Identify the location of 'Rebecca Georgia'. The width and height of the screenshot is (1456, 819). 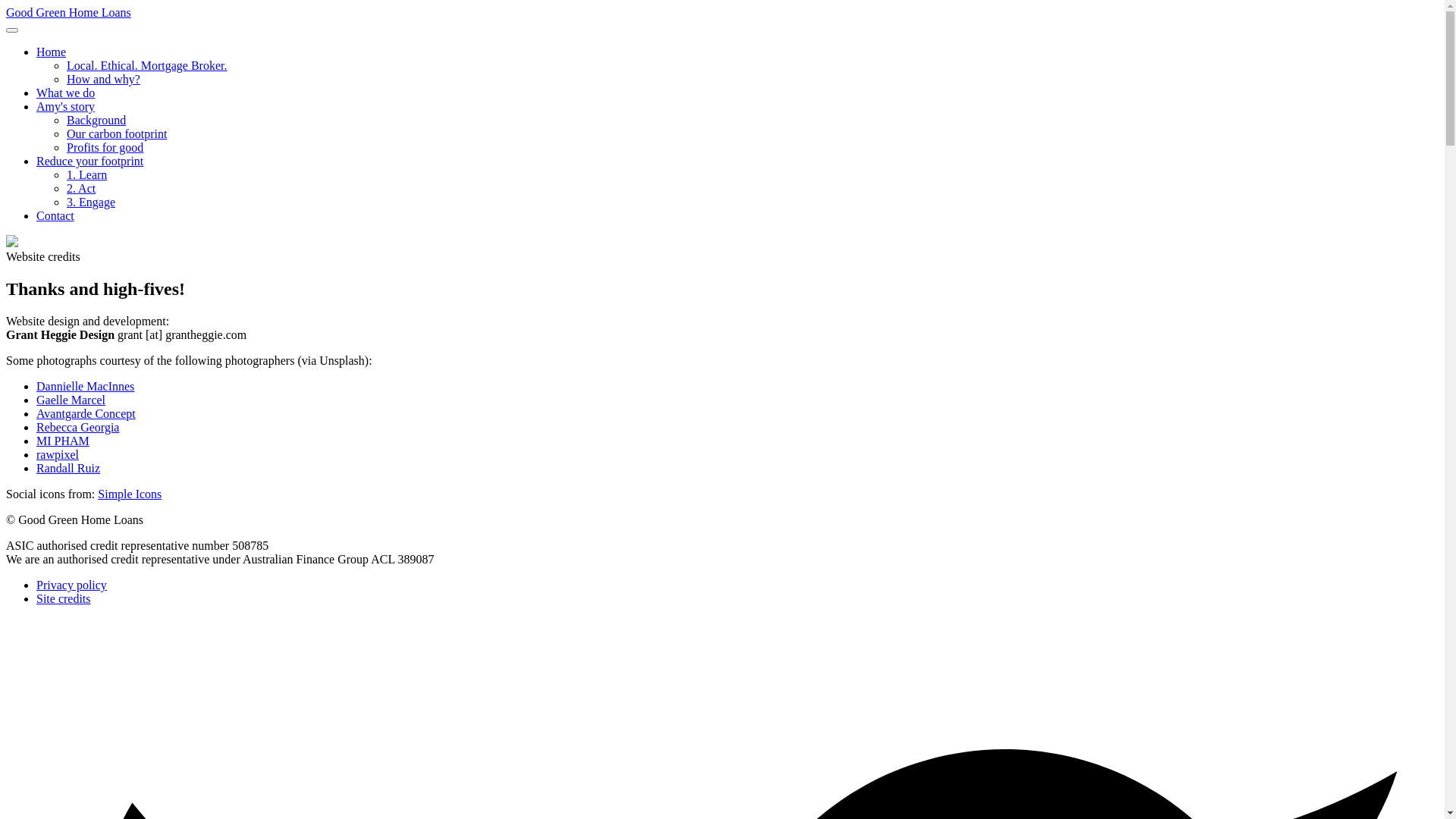
(36, 427).